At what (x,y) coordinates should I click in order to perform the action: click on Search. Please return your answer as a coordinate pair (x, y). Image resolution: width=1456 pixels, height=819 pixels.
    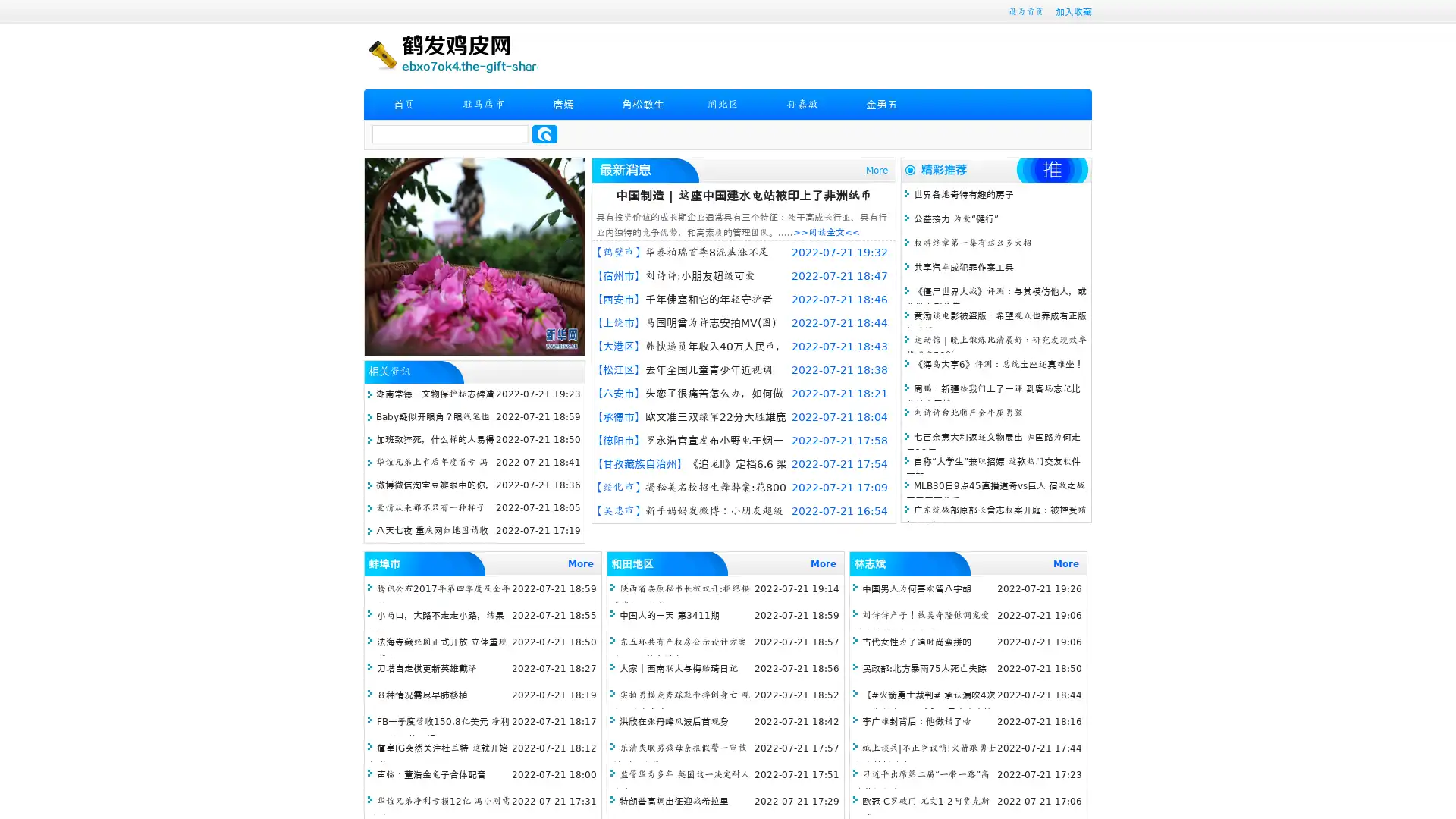
    Looking at the image, I should click on (544, 133).